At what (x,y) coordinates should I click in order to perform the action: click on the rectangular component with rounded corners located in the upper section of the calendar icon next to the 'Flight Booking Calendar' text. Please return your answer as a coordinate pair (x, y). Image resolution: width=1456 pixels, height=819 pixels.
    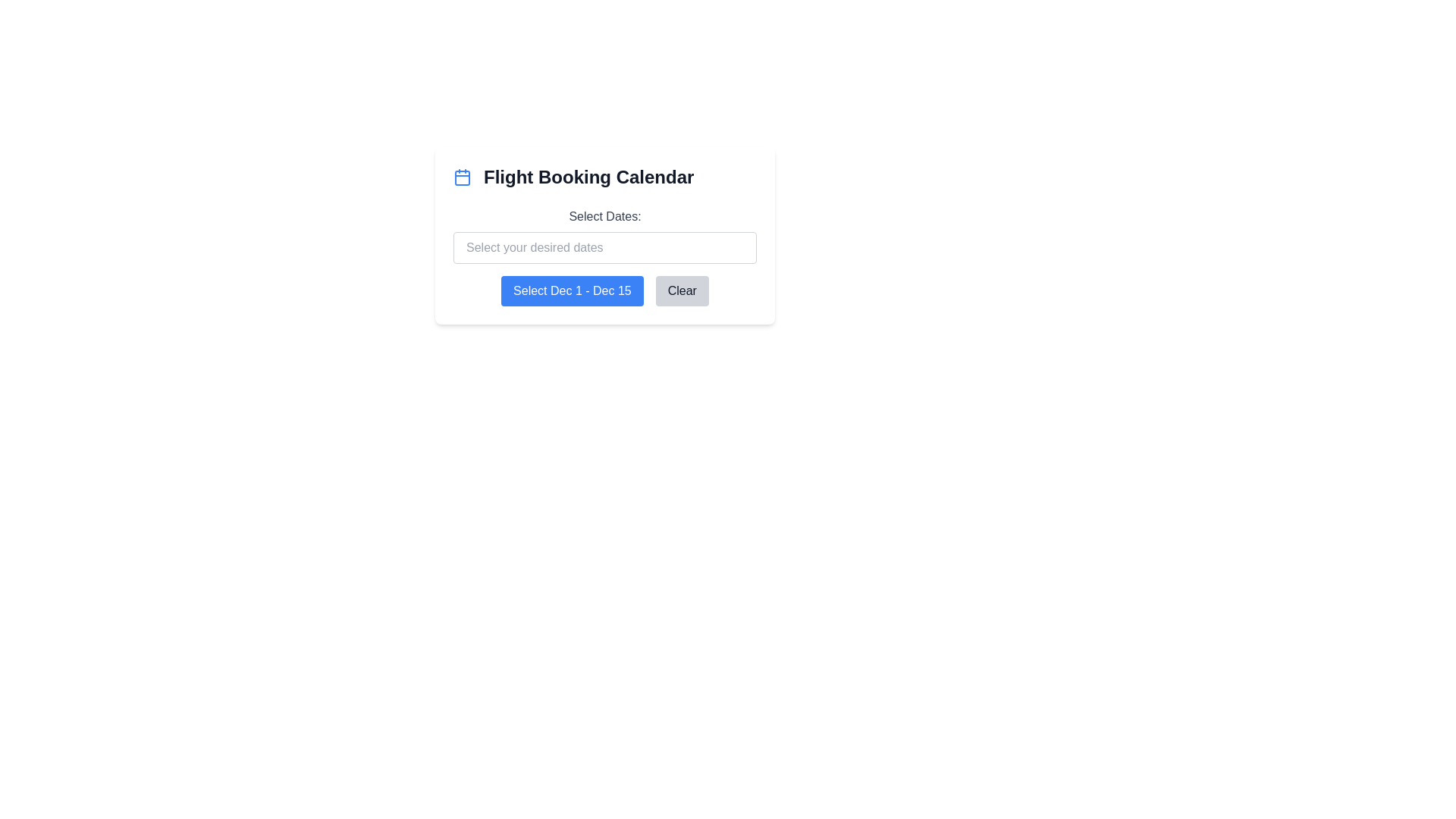
    Looking at the image, I should click on (461, 177).